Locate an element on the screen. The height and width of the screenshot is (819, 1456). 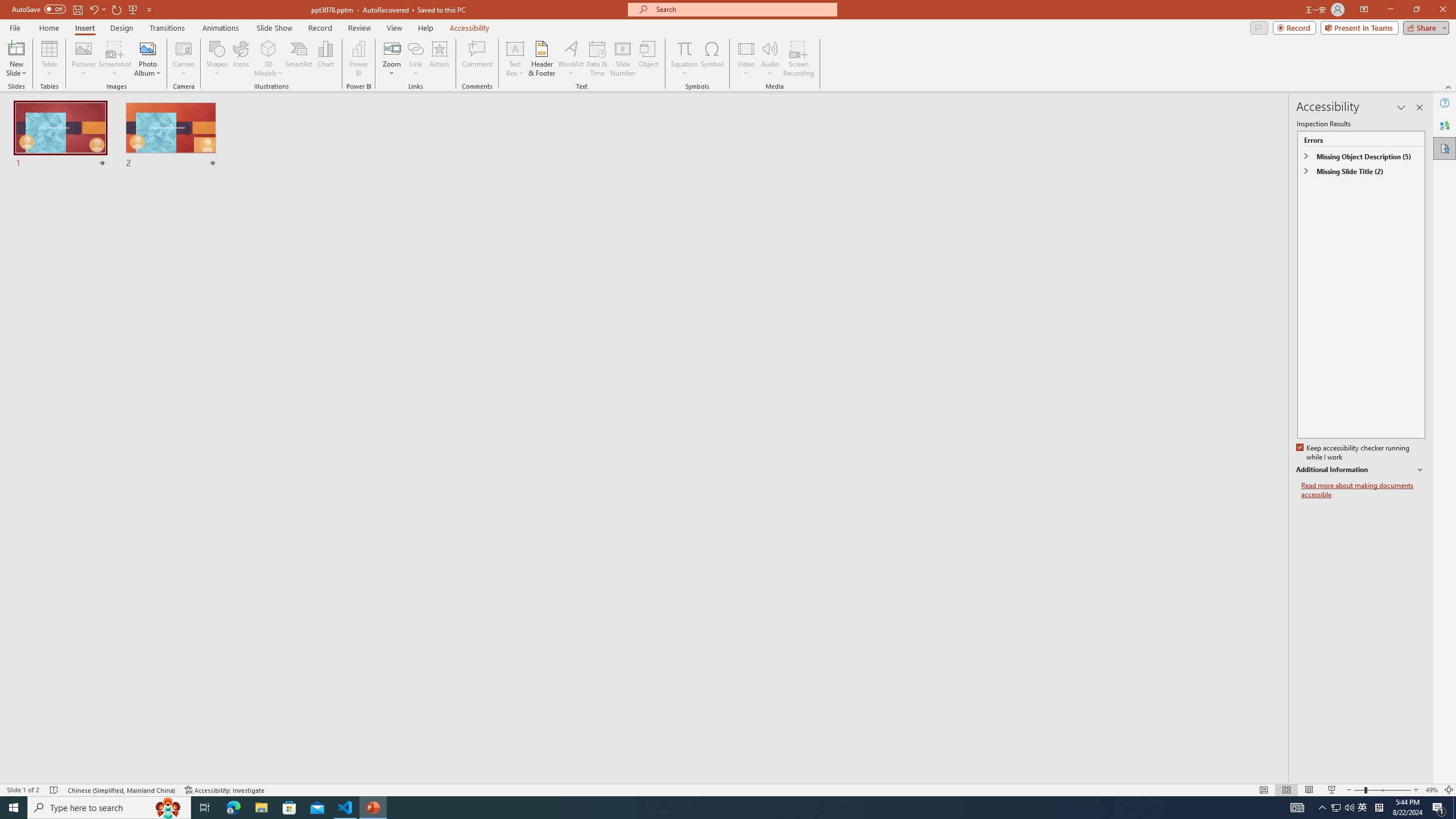
'Text Box' is located at coordinates (515, 59).